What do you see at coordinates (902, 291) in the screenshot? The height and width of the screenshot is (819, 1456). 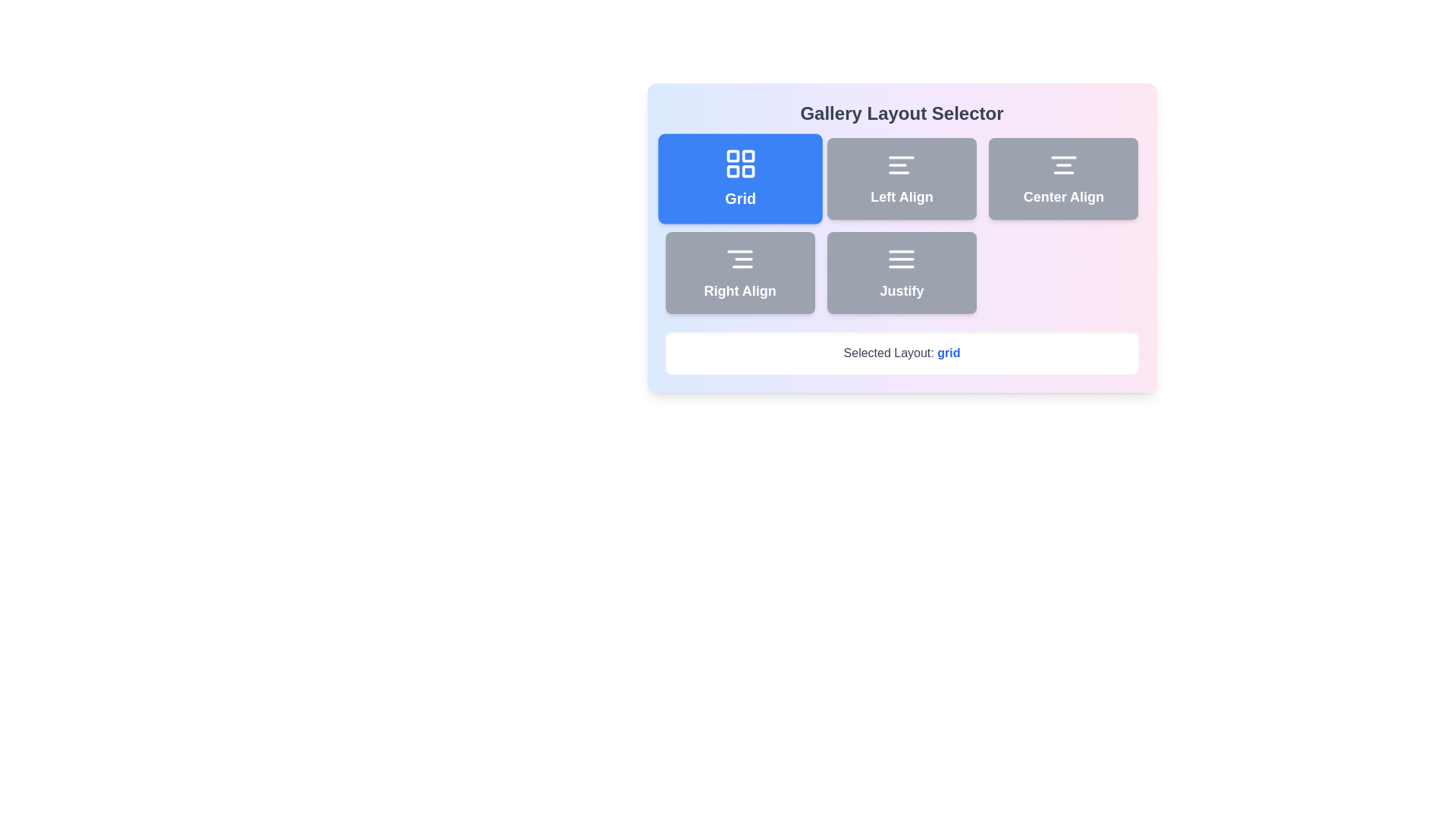 I see `the 'Justify' text label, which is located in a light gray rectangle and styled with a bold font, positioned in the bottom-right quadrant of the interface` at bounding box center [902, 291].